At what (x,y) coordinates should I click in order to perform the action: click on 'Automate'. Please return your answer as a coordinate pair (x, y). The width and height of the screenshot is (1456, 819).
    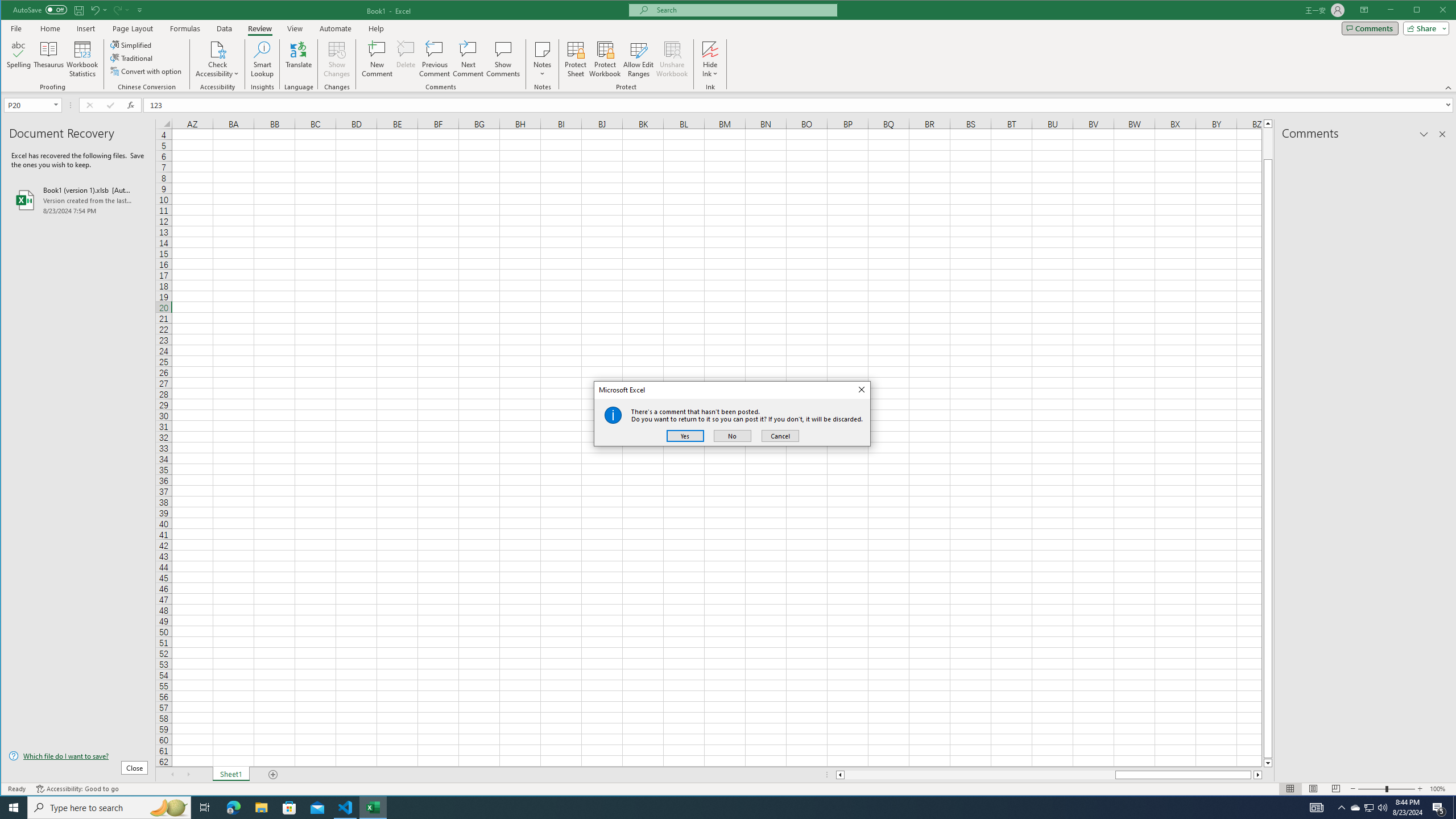
    Looking at the image, I should click on (336, 28).